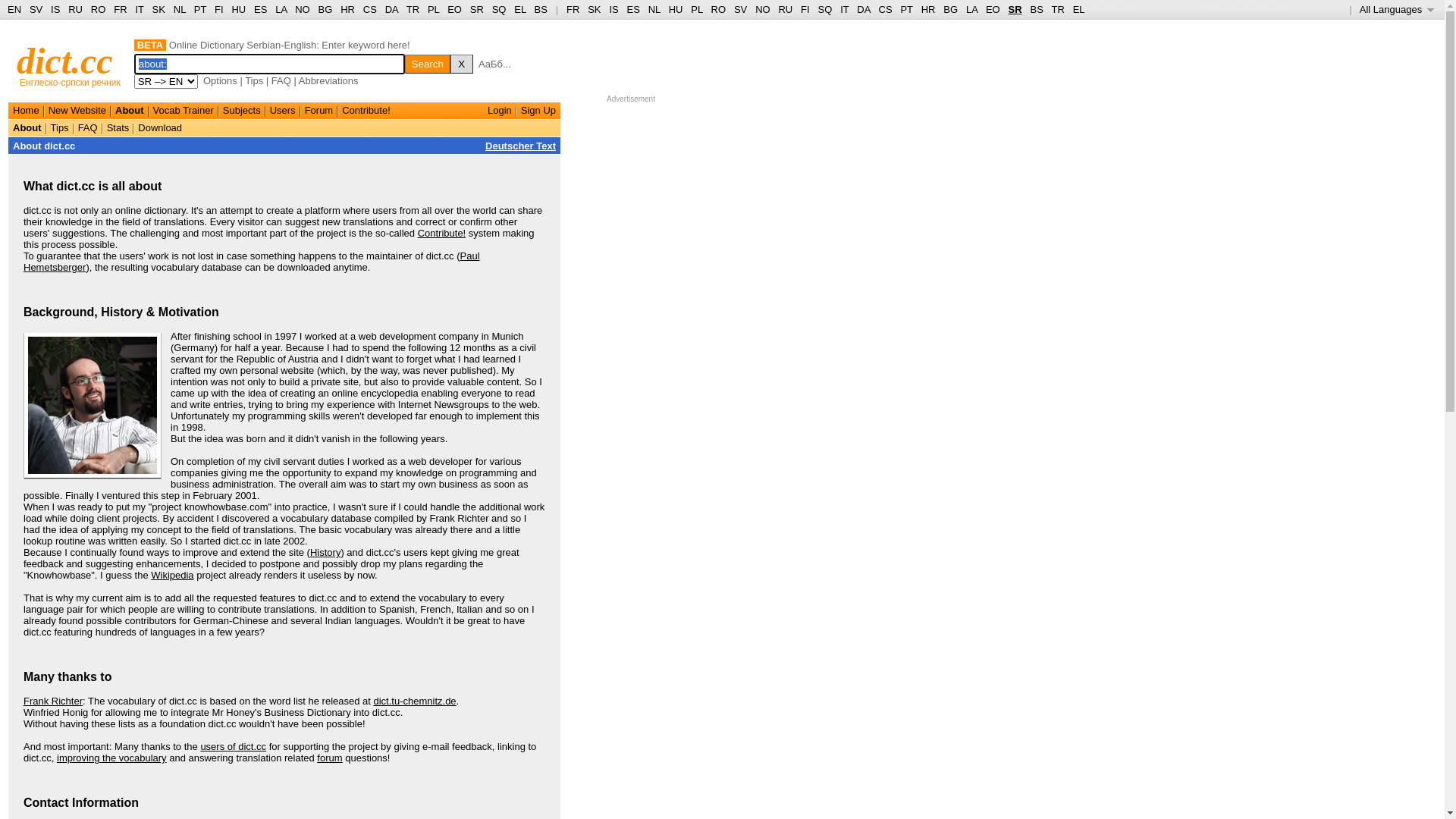 The image size is (1456, 819). Describe the element at coordinates (843, 9) in the screenshot. I see `'IT'` at that location.